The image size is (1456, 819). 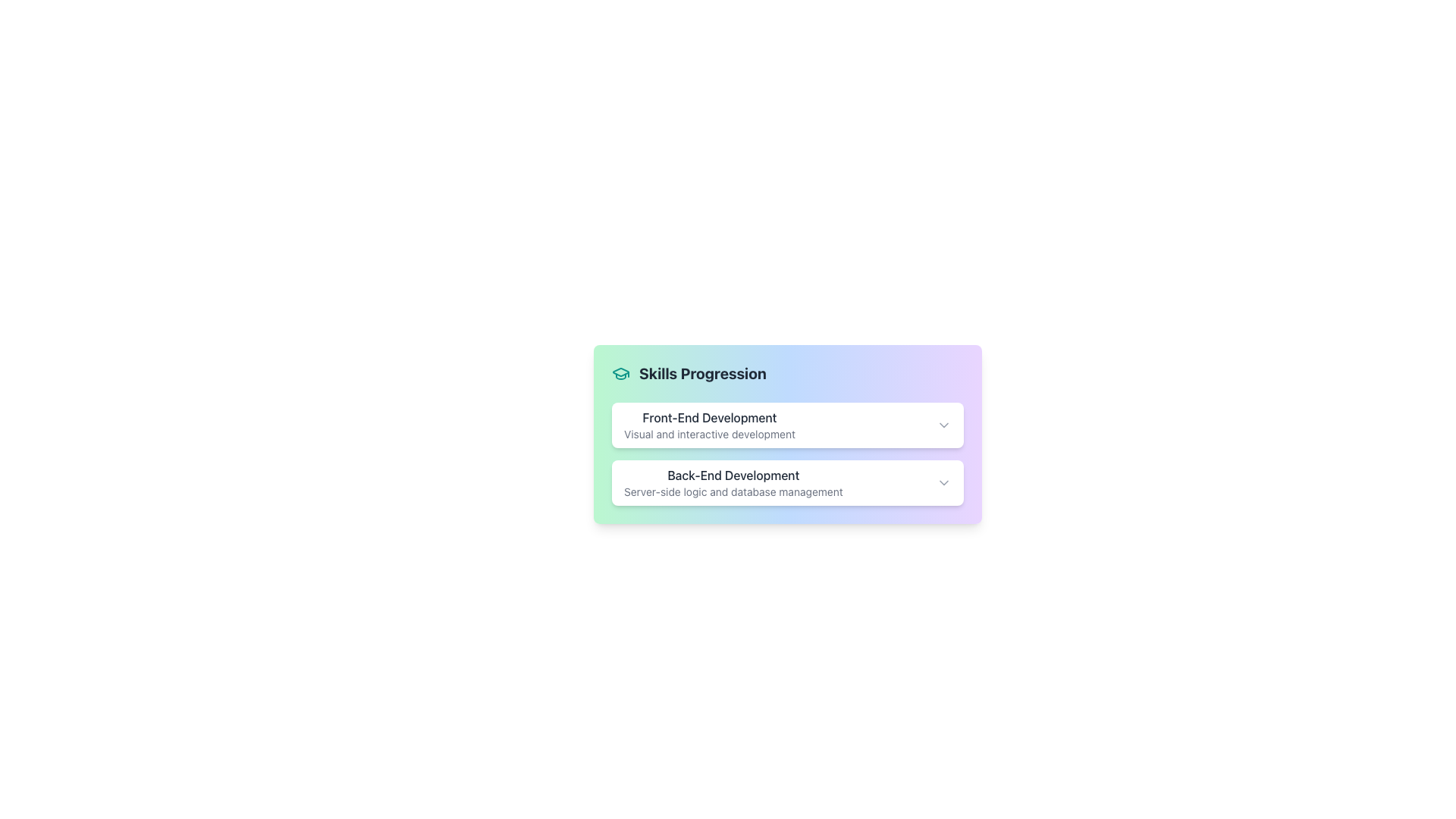 What do you see at coordinates (621, 374) in the screenshot?
I see `the graduation cap icon, which is teal colored and styled as a silhouette, located to the left of the text 'Skills Progression'` at bounding box center [621, 374].